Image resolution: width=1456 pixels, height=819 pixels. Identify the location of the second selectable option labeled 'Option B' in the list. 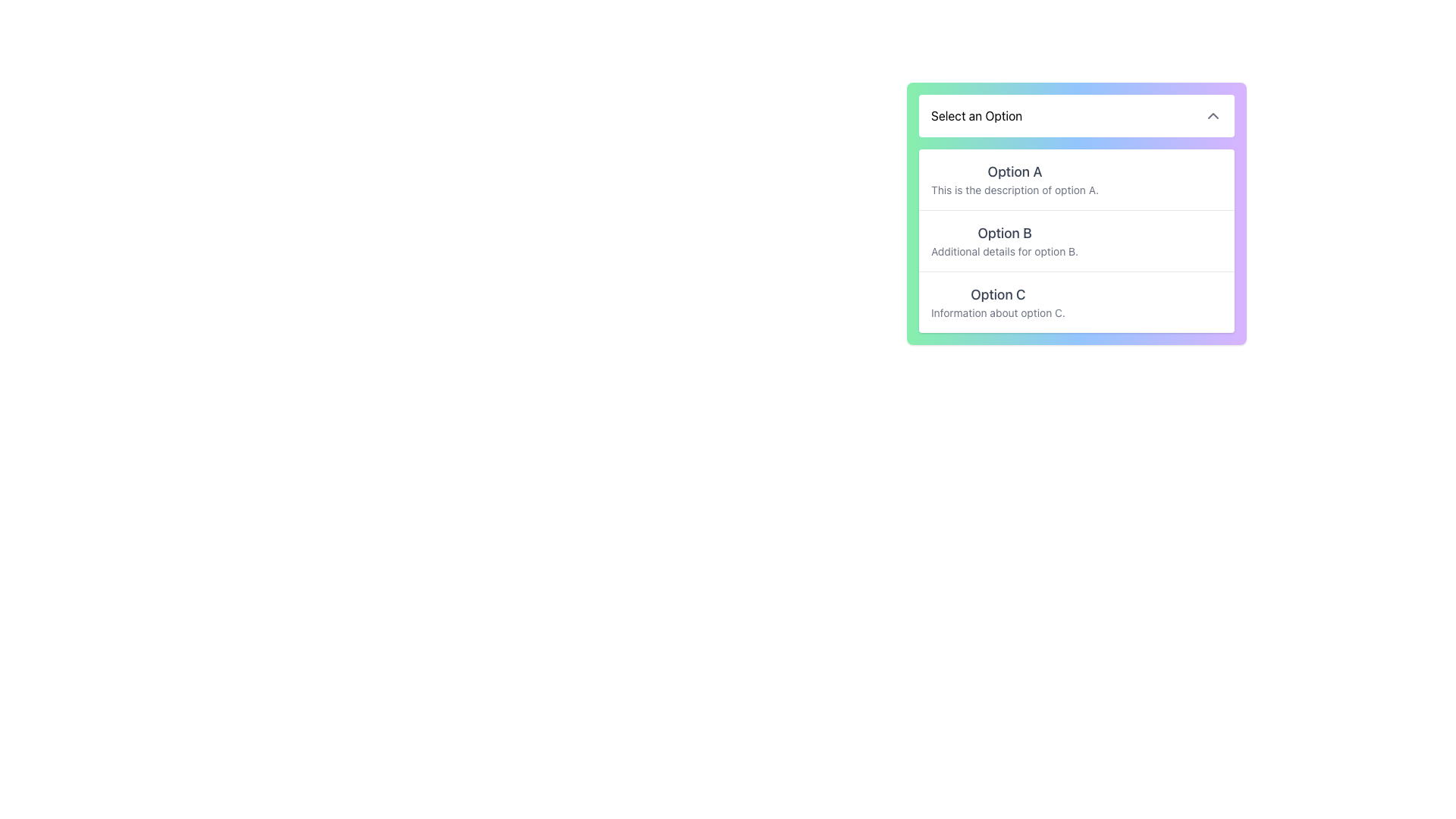
(1076, 259).